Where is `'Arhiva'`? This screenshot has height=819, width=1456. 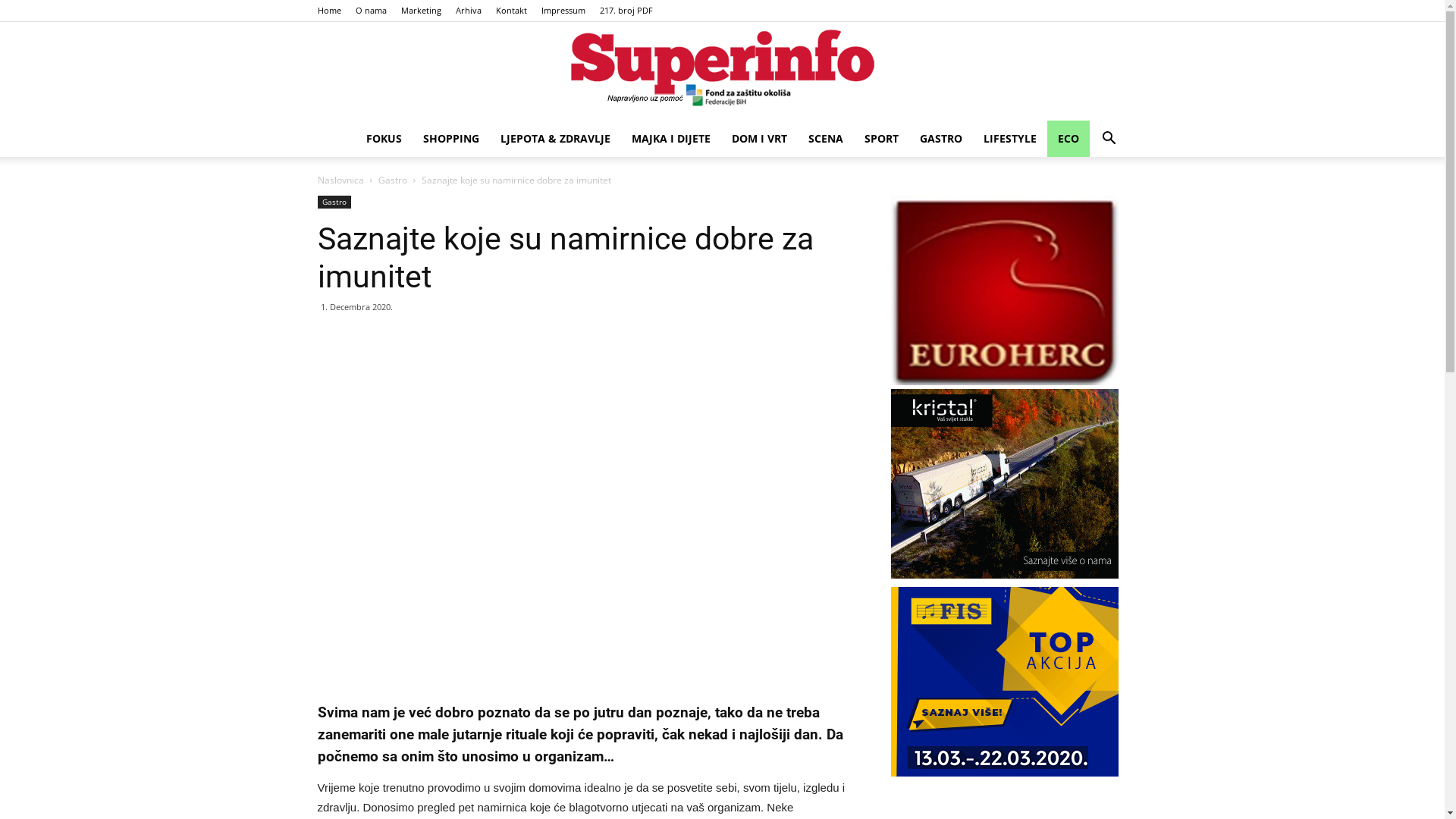 'Arhiva' is located at coordinates (467, 10).